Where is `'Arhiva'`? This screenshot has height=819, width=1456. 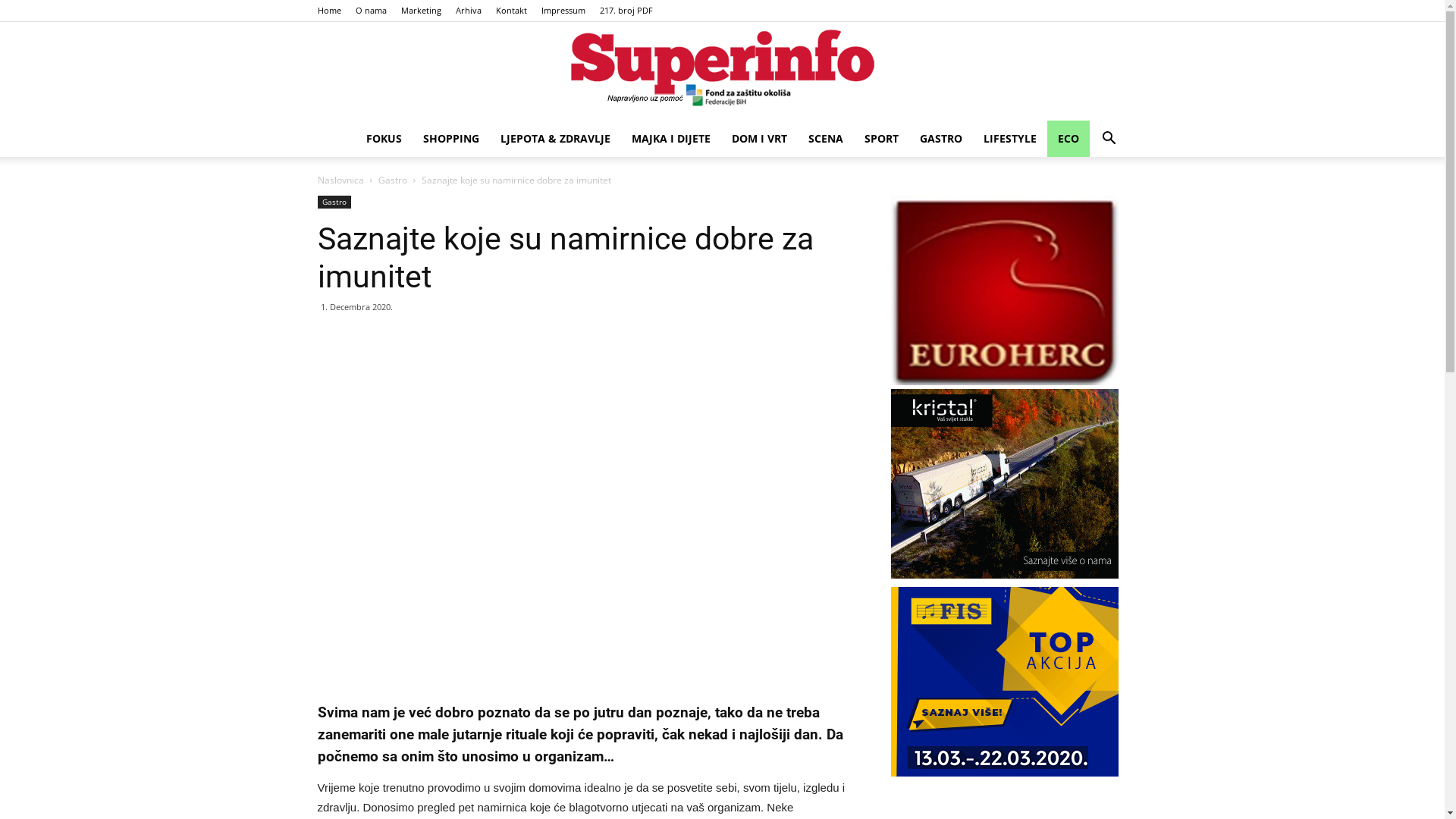 'Arhiva' is located at coordinates (467, 10).